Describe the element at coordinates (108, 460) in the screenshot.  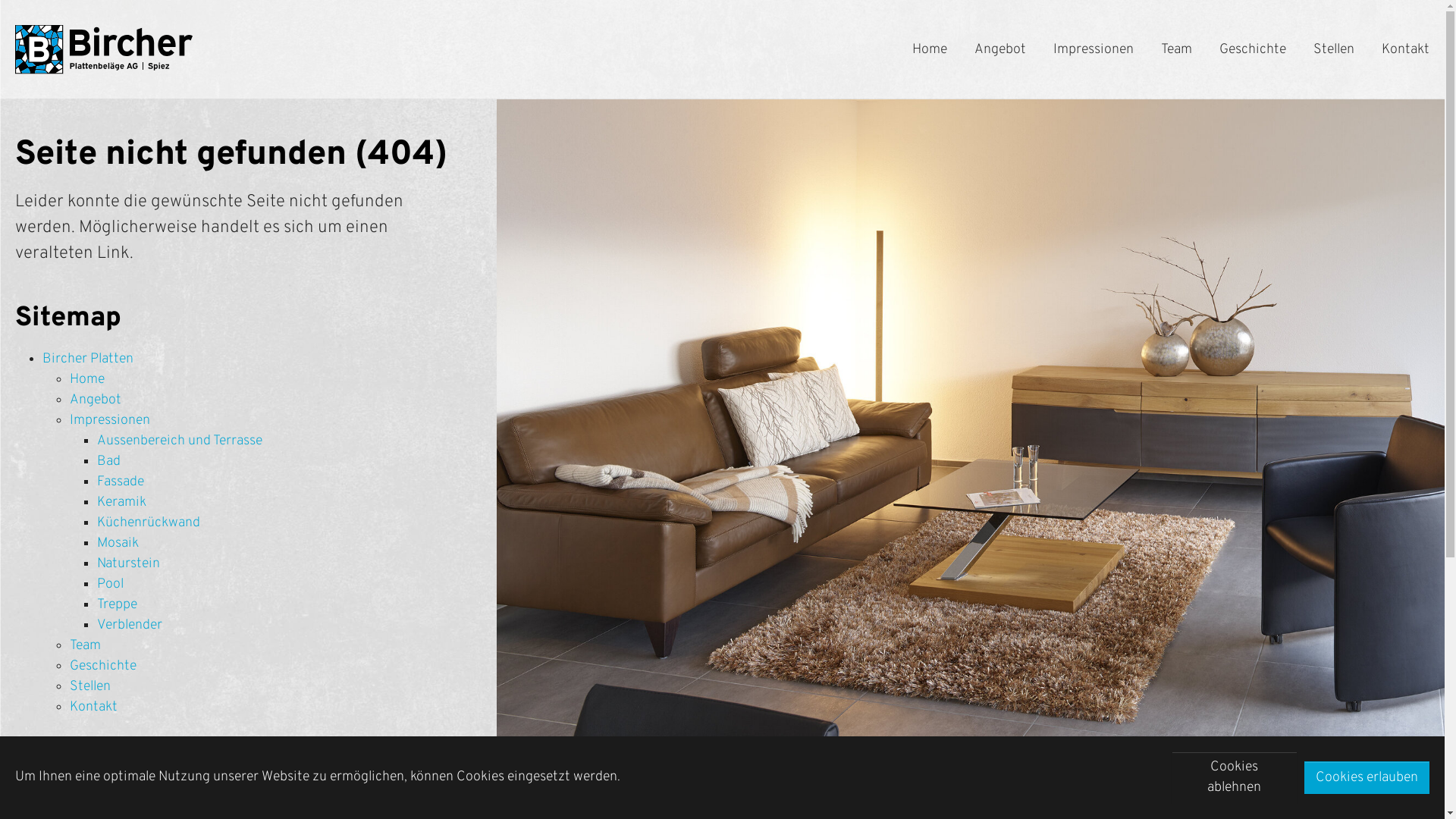
I see `'Bad'` at that location.